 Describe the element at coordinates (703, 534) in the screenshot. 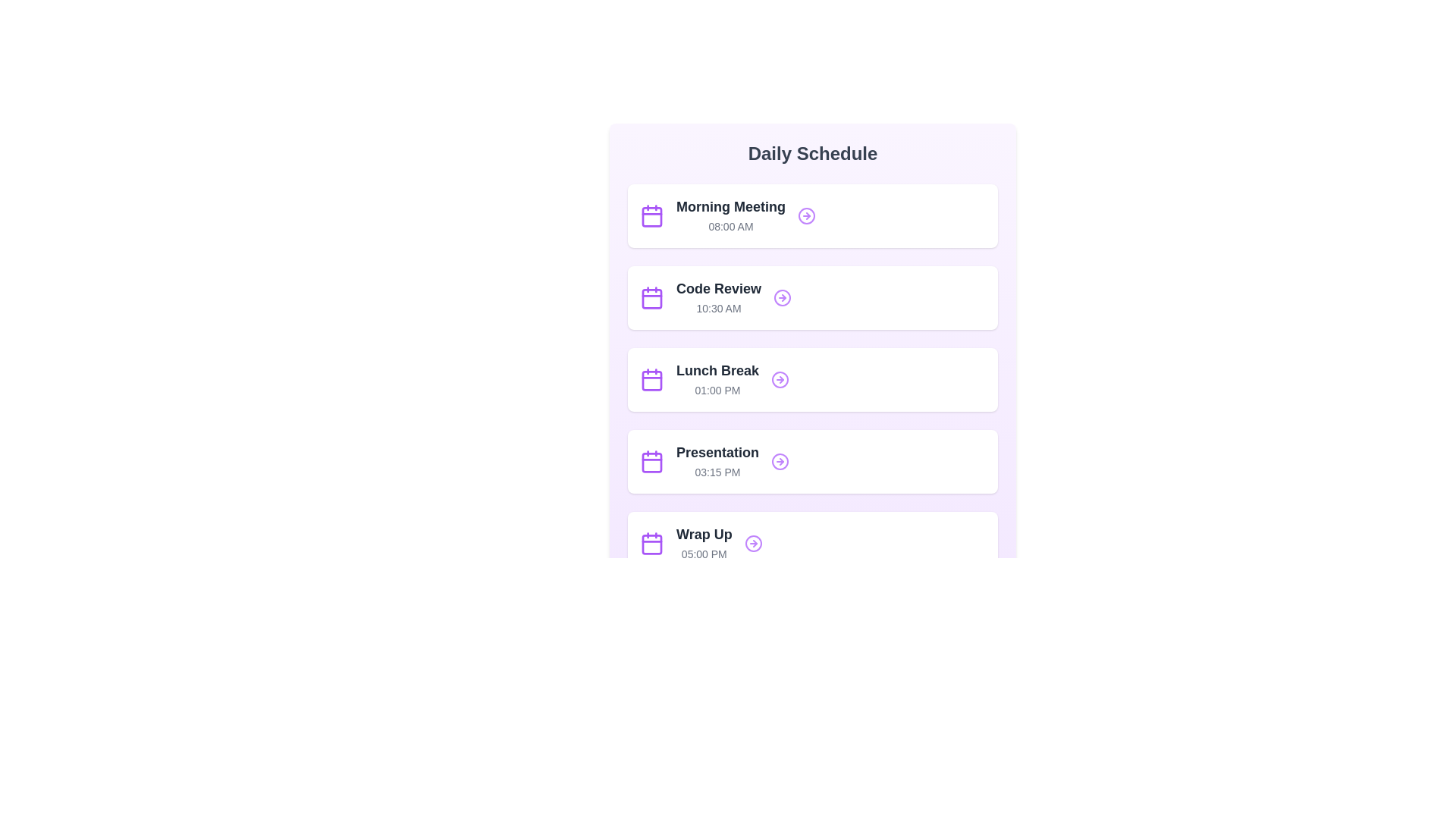

I see `the 'Wrap Up' text label, which is bold and displayed in a sans-serif font style in dark gray, located at the bottom of the 'Daily Schedule' view` at that location.